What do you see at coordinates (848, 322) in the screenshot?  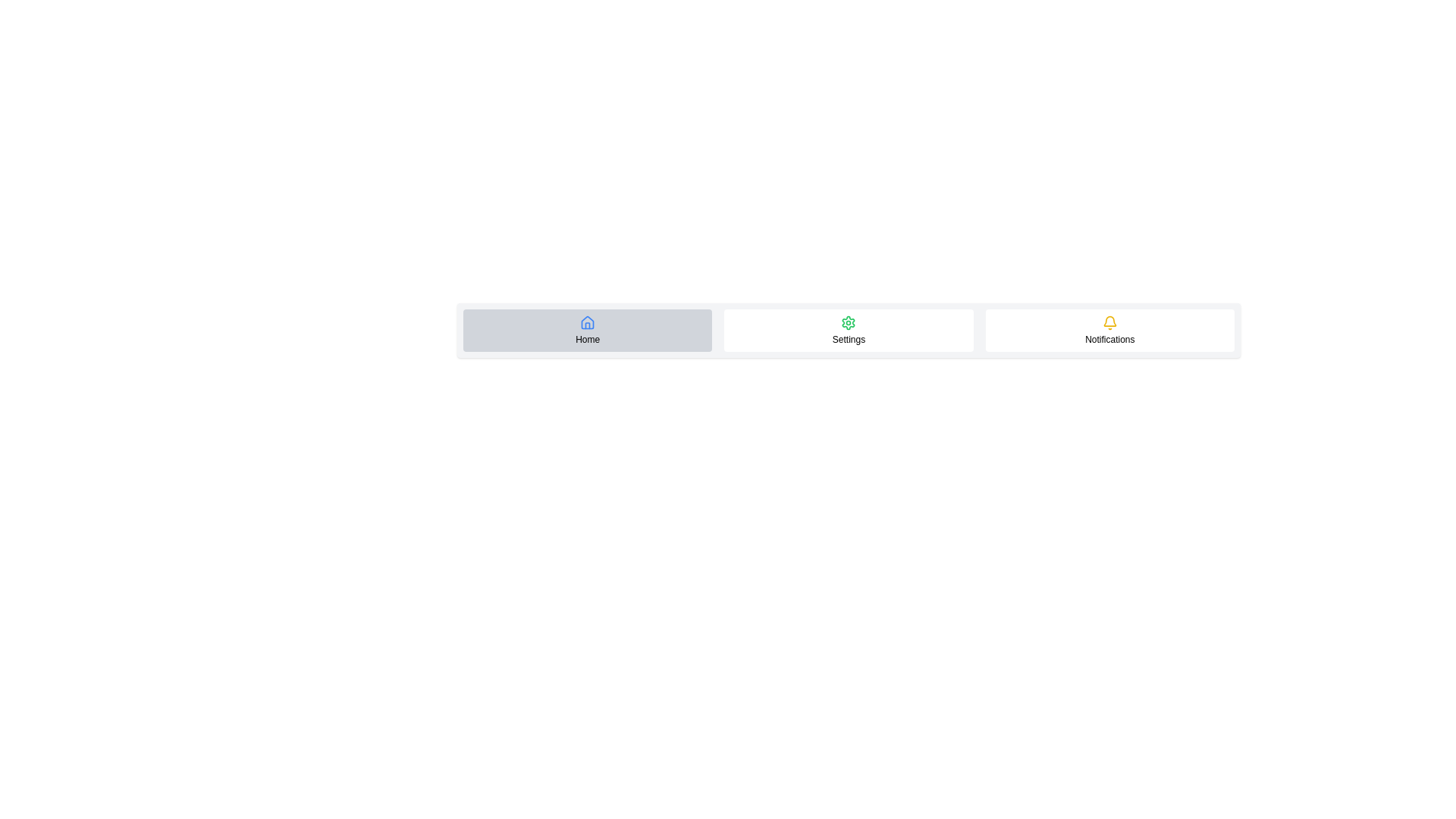 I see `the gear-shaped icon with a green border located in the settings section of the navigation bar` at bounding box center [848, 322].